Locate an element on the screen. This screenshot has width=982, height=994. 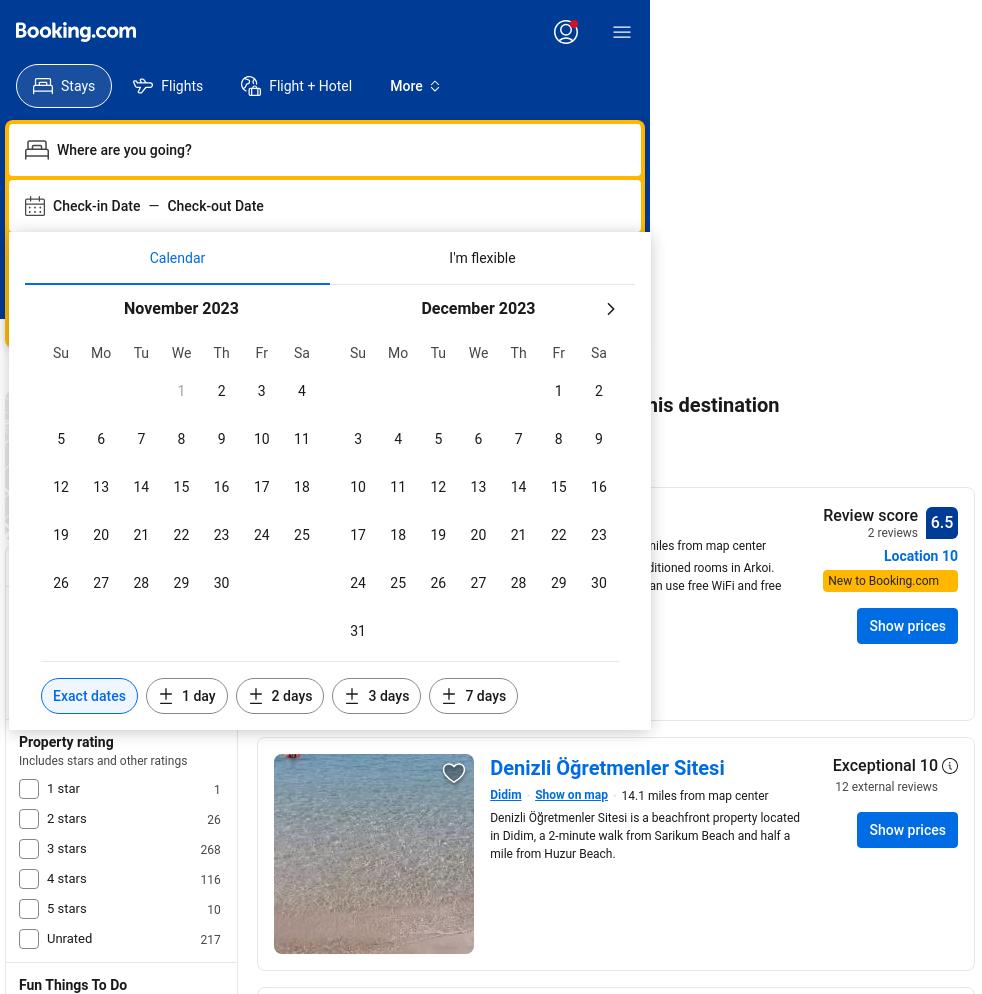
'116' is located at coordinates (208, 879).